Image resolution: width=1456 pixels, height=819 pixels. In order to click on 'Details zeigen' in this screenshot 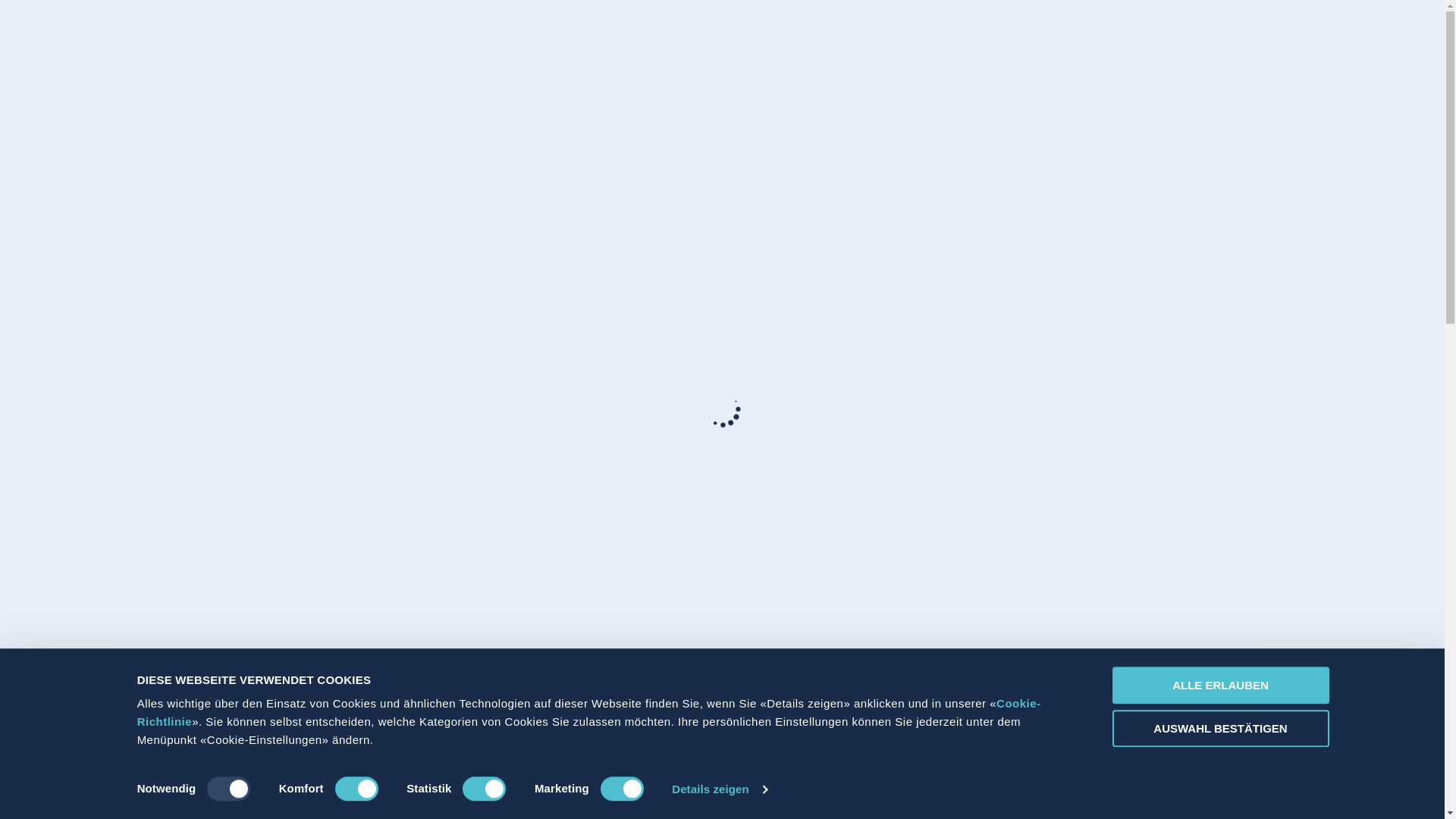, I will do `click(718, 789)`.